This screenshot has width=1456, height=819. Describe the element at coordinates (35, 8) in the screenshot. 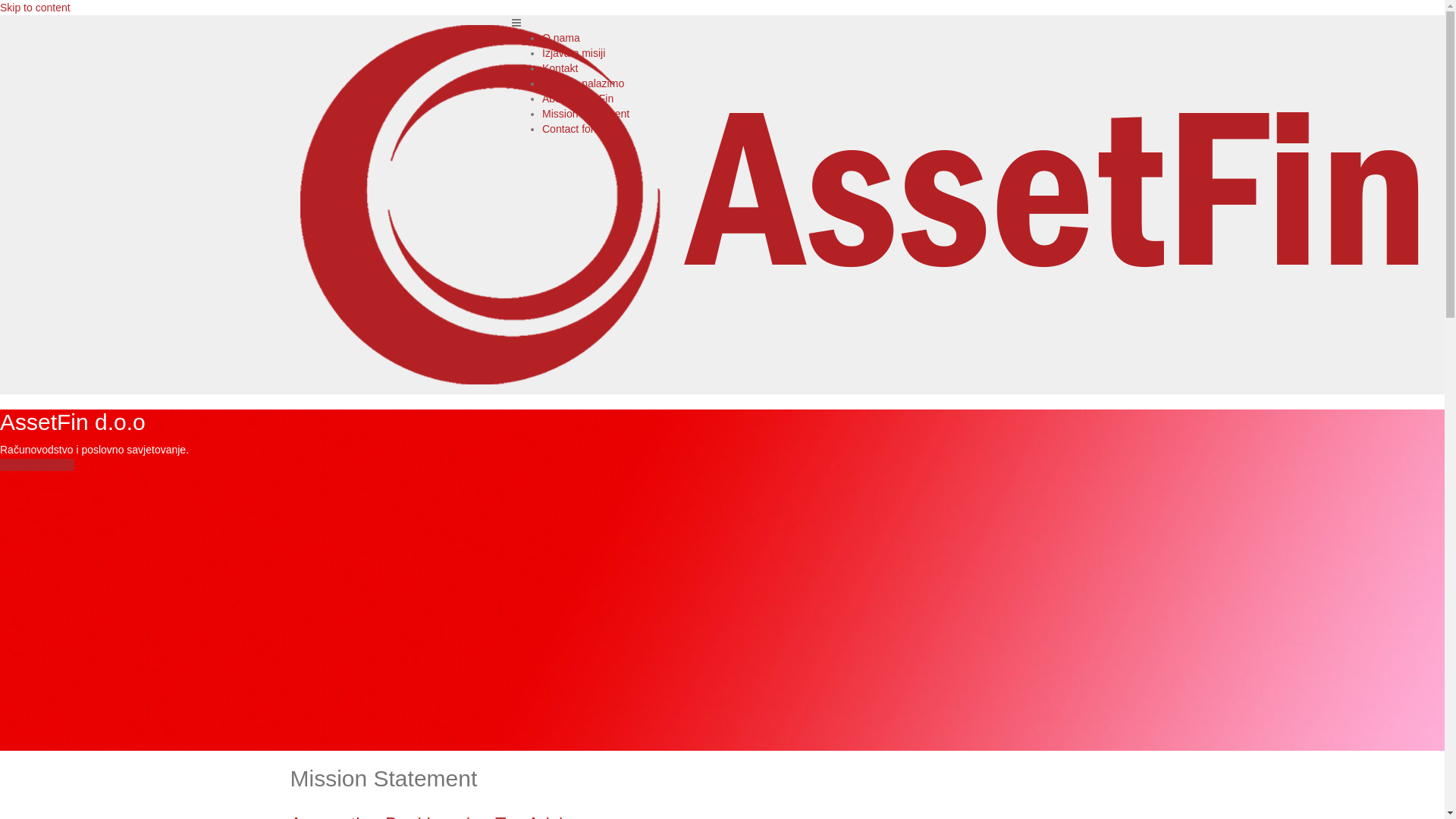

I see `'Skip to content'` at that location.